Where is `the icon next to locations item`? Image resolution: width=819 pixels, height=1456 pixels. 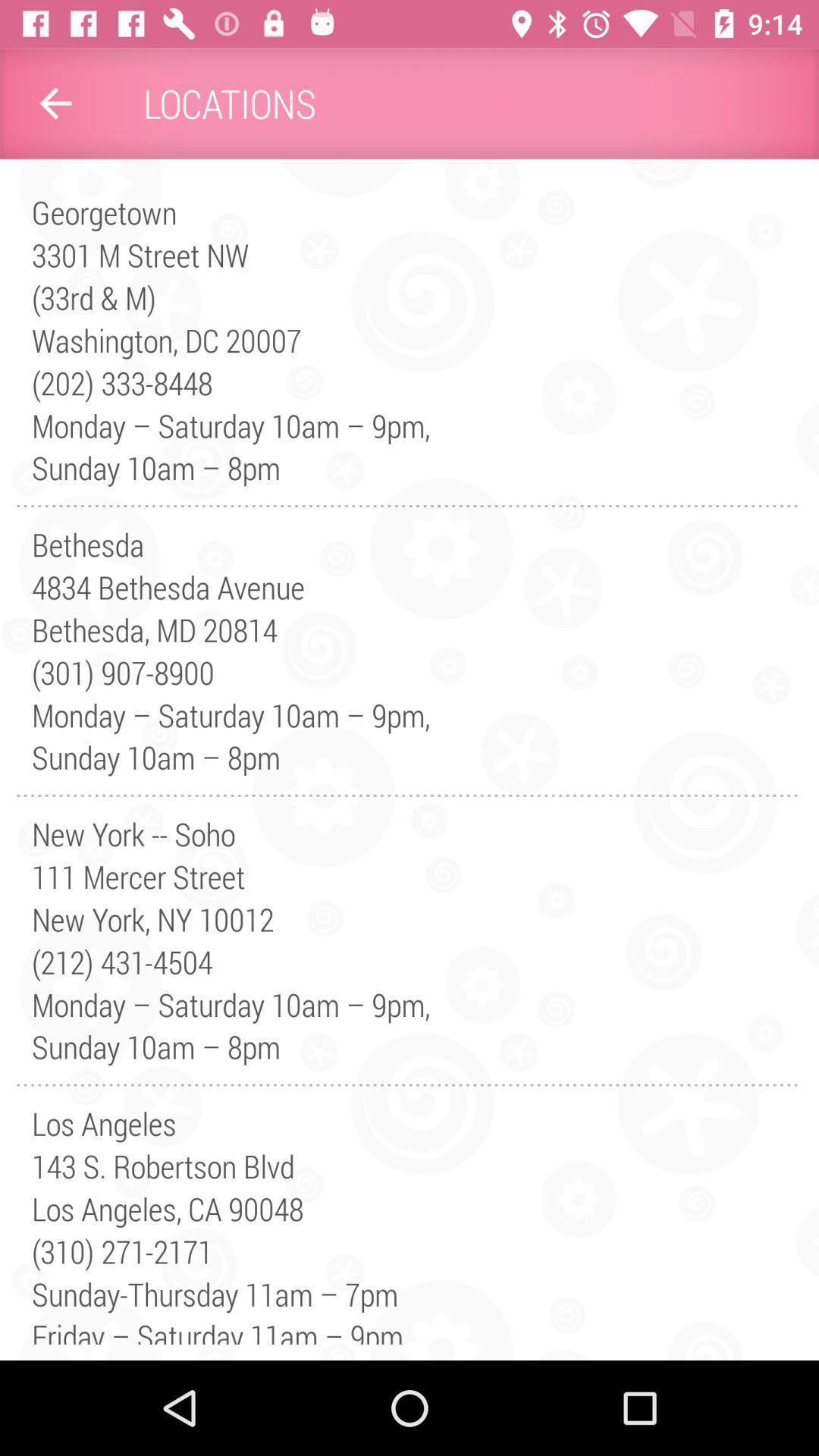 the icon next to locations item is located at coordinates (55, 102).